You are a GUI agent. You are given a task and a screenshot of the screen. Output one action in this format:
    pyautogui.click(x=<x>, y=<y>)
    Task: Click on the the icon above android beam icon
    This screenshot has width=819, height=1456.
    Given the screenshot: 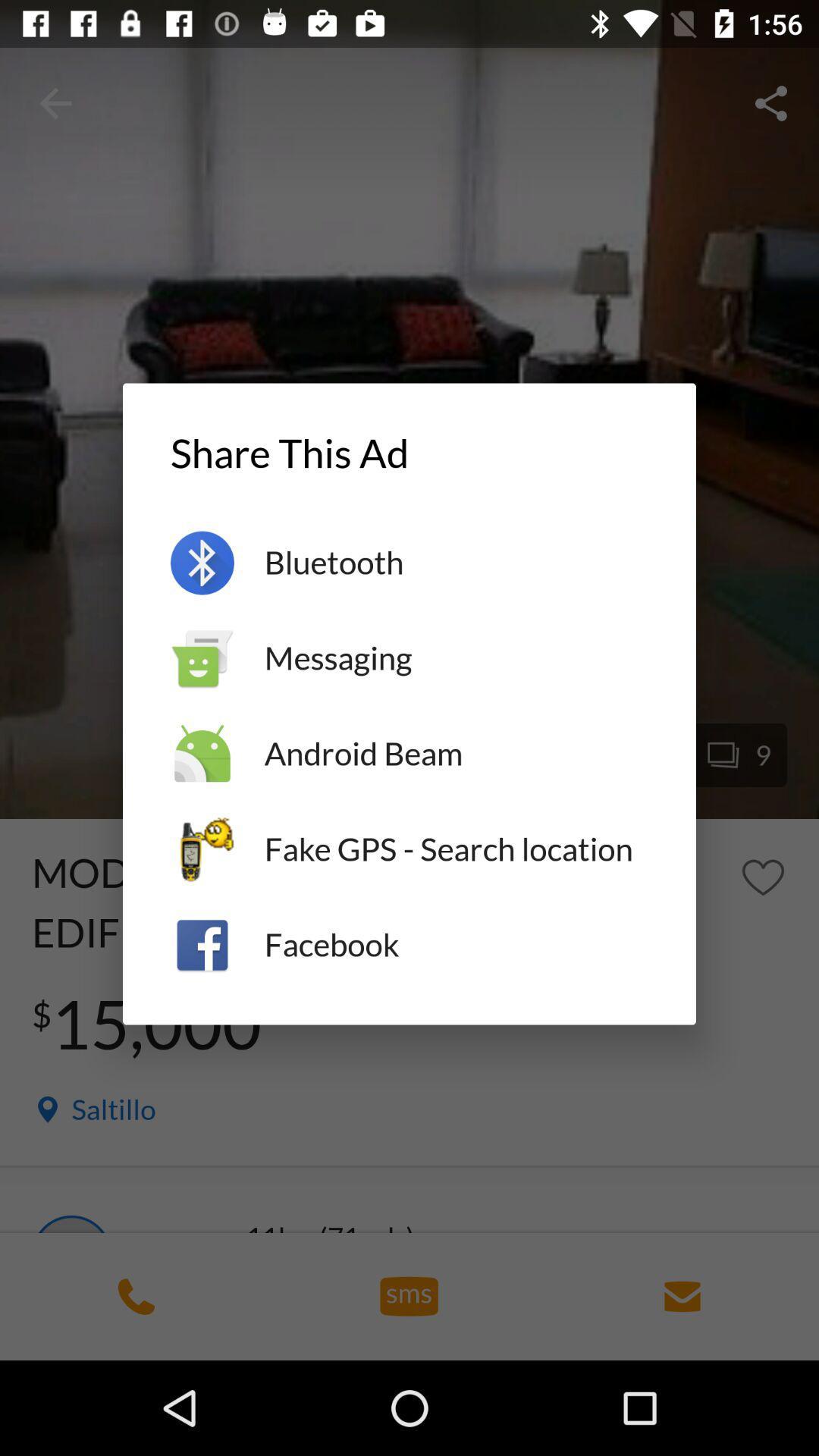 What is the action you would take?
    pyautogui.click(x=455, y=658)
    